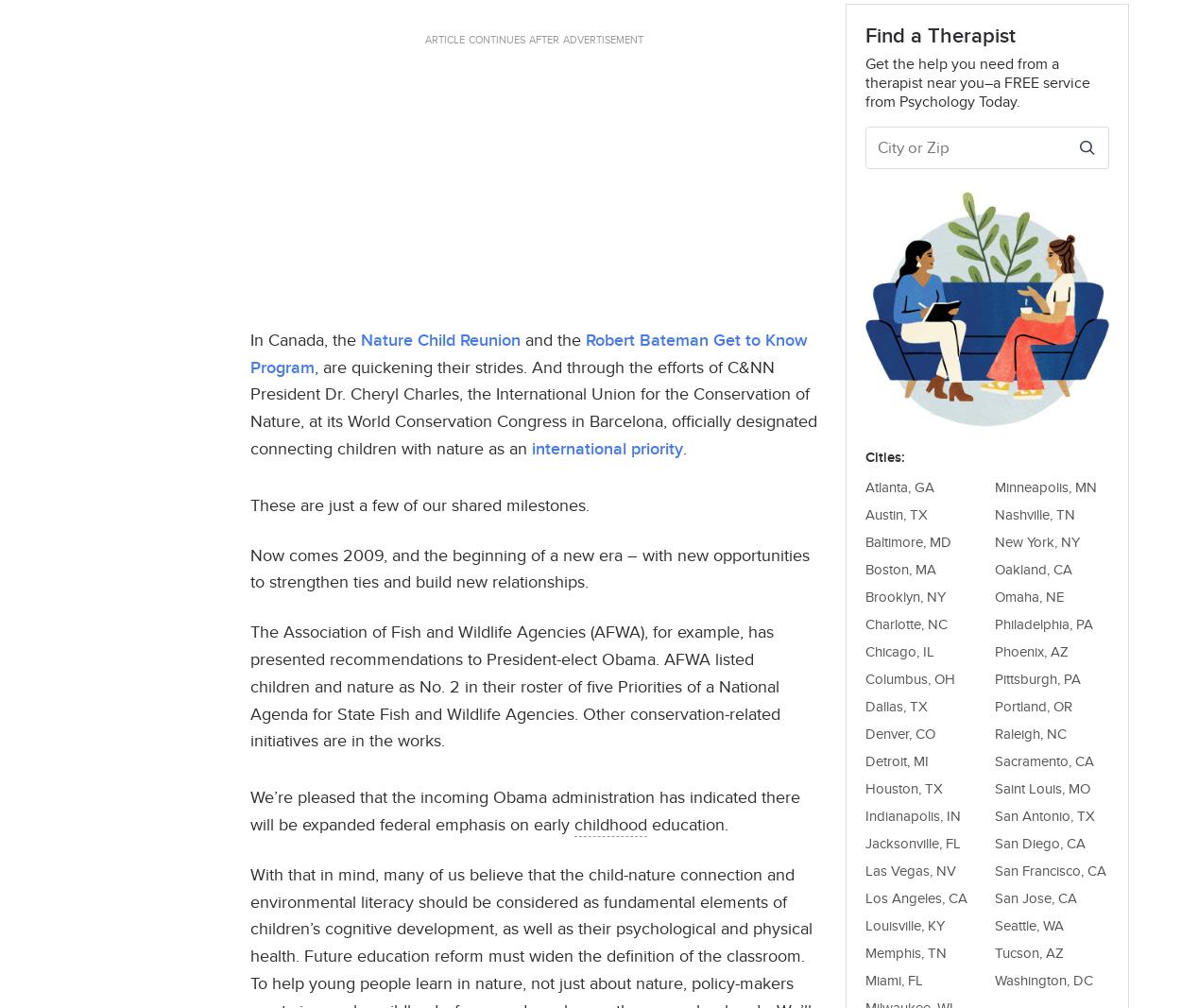 The image size is (1181, 1008). I want to click on 'international priority', so click(531, 448).